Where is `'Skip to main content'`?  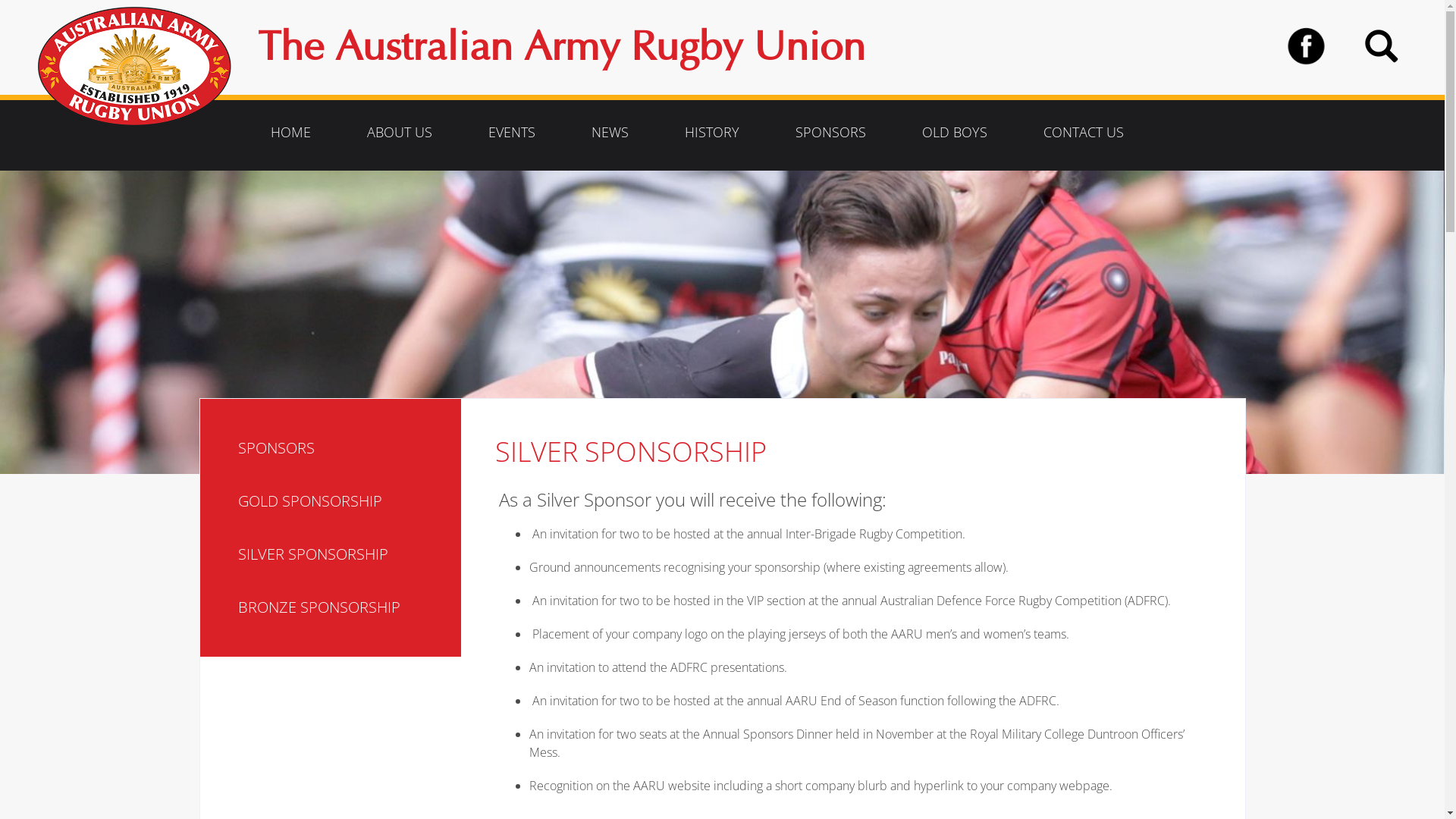 'Skip to main content' is located at coordinates (0, 171).